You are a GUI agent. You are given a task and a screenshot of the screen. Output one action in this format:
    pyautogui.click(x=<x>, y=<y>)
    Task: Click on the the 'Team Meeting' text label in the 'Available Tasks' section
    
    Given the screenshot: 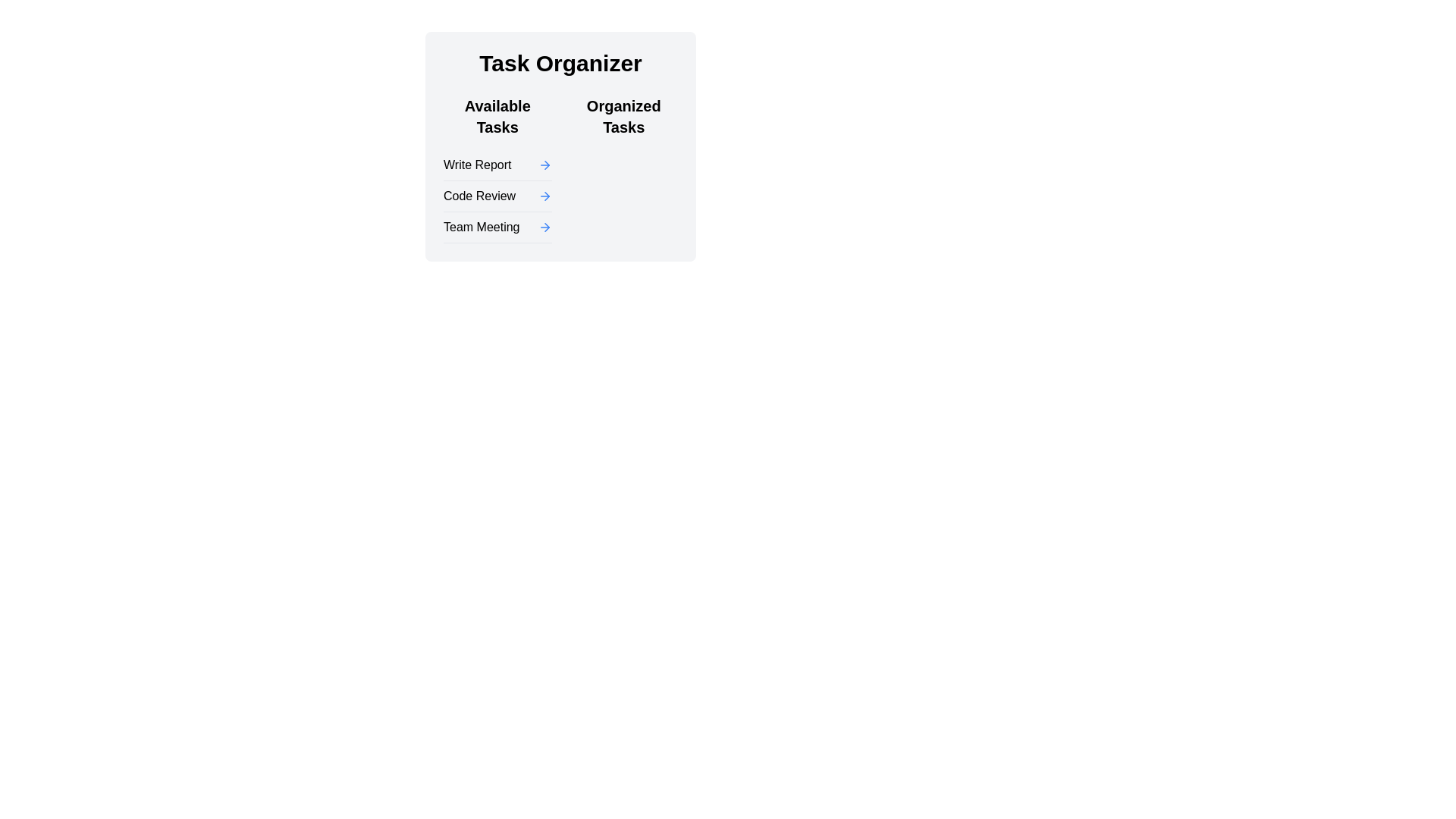 What is the action you would take?
    pyautogui.click(x=481, y=227)
    